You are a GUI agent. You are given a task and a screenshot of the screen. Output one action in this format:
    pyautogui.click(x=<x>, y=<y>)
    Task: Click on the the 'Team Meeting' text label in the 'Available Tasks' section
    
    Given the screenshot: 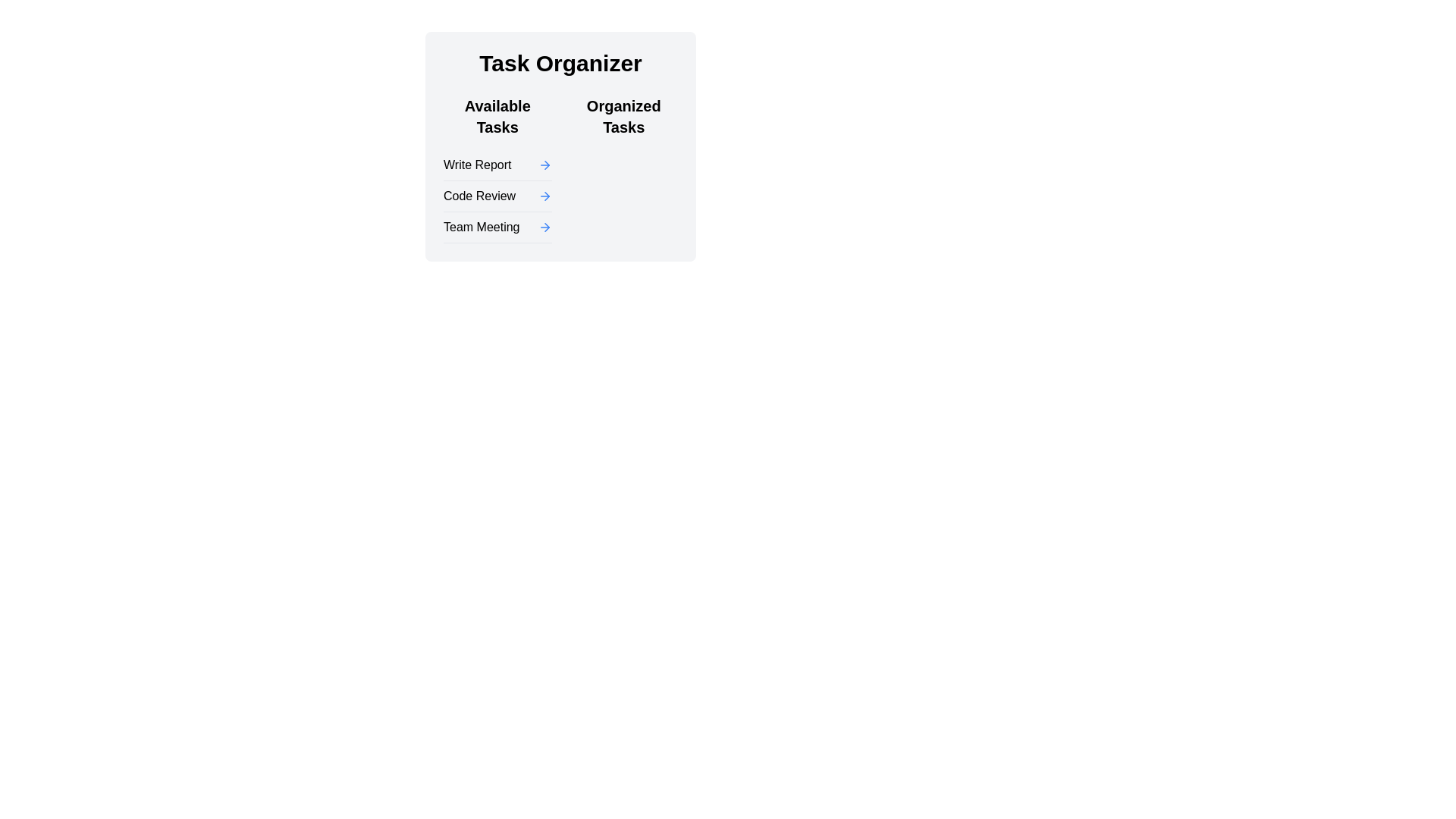 What is the action you would take?
    pyautogui.click(x=481, y=227)
    